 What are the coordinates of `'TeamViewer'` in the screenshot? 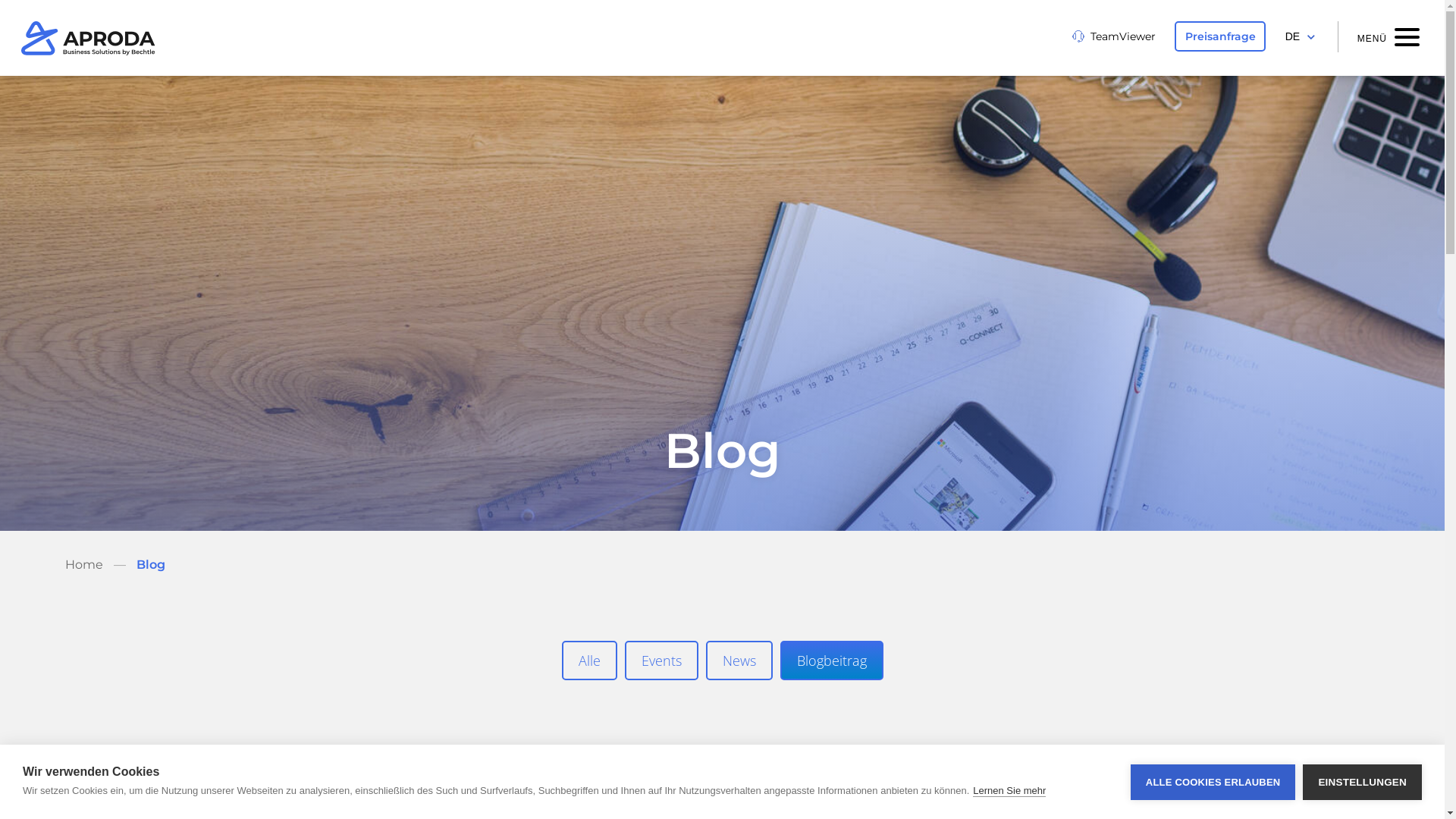 It's located at (1113, 35).